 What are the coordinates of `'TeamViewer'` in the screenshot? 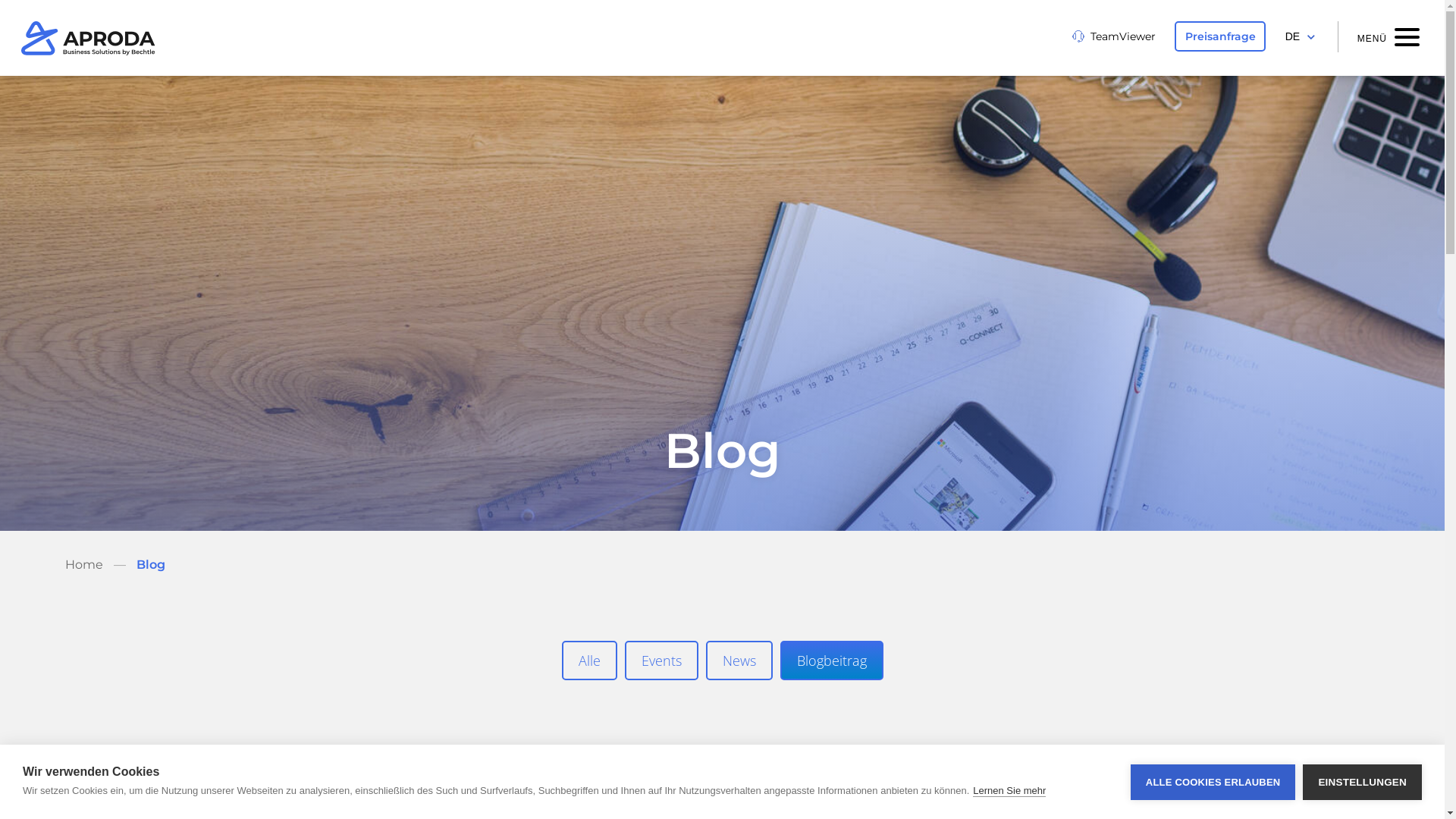 It's located at (1113, 35).